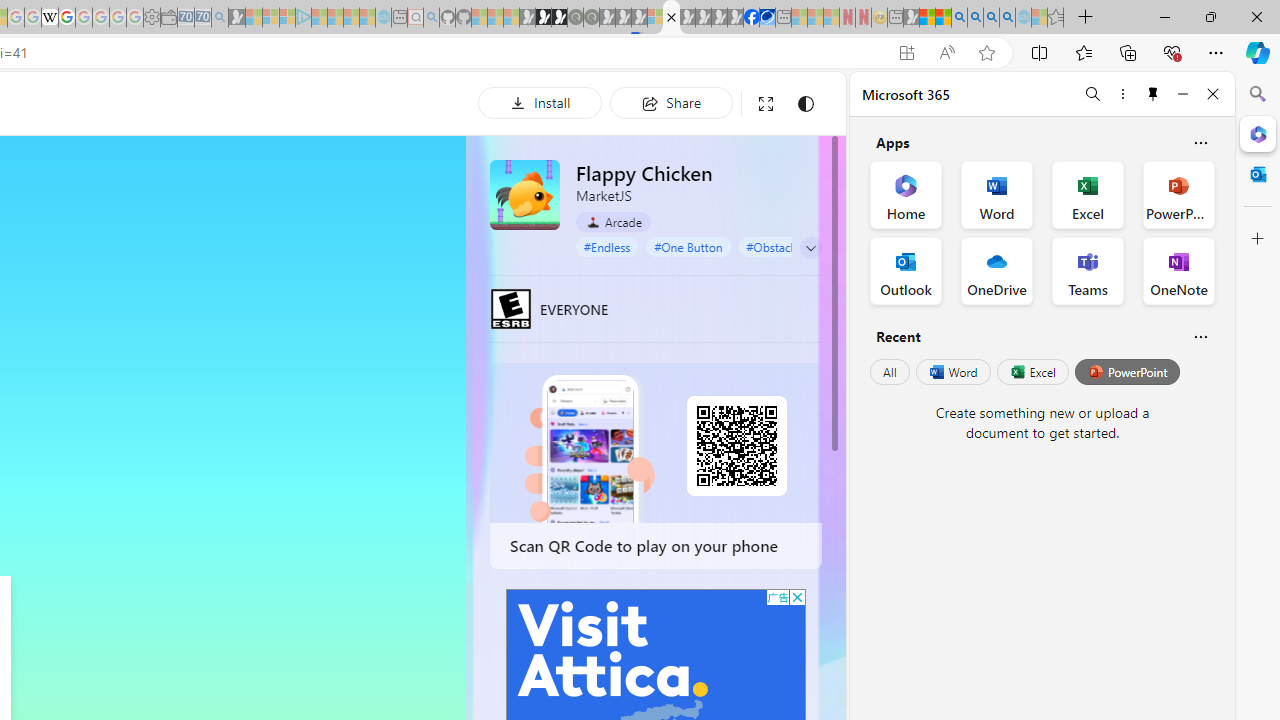 Image resolution: width=1280 pixels, height=720 pixels. What do you see at coordinates (1007, 17) in the screenshot?
I see `'Google Chrome Internet Browser Download - Search Images'` at bounding box center [1007, 17].